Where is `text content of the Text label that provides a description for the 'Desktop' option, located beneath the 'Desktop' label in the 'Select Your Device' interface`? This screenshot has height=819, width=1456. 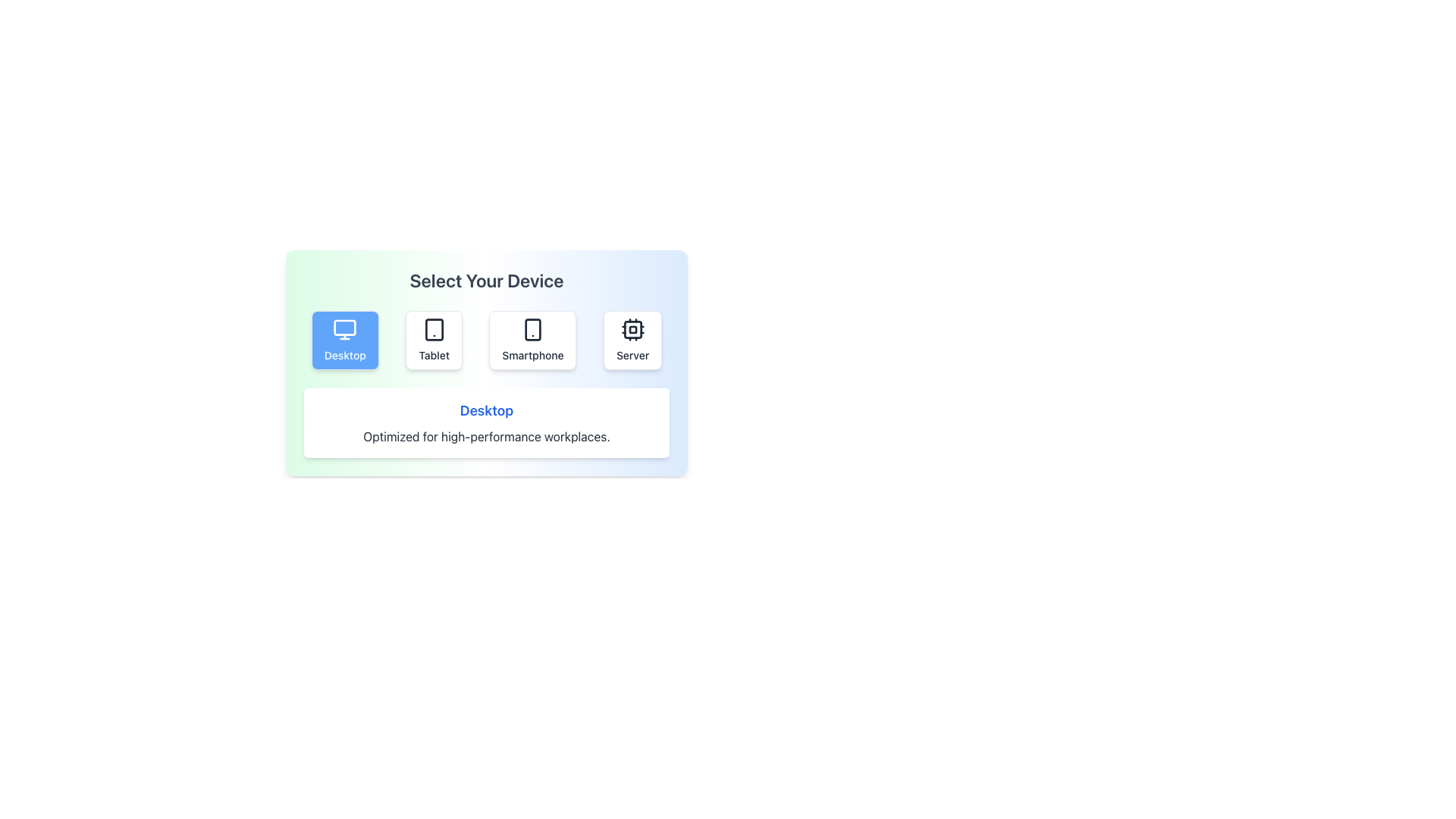 text content of the Text label that provides a description for the 'Desktop' option, located beneath the 'Desktop' label in the 'Select Your Device' interface is located at coordinates (487, 436).